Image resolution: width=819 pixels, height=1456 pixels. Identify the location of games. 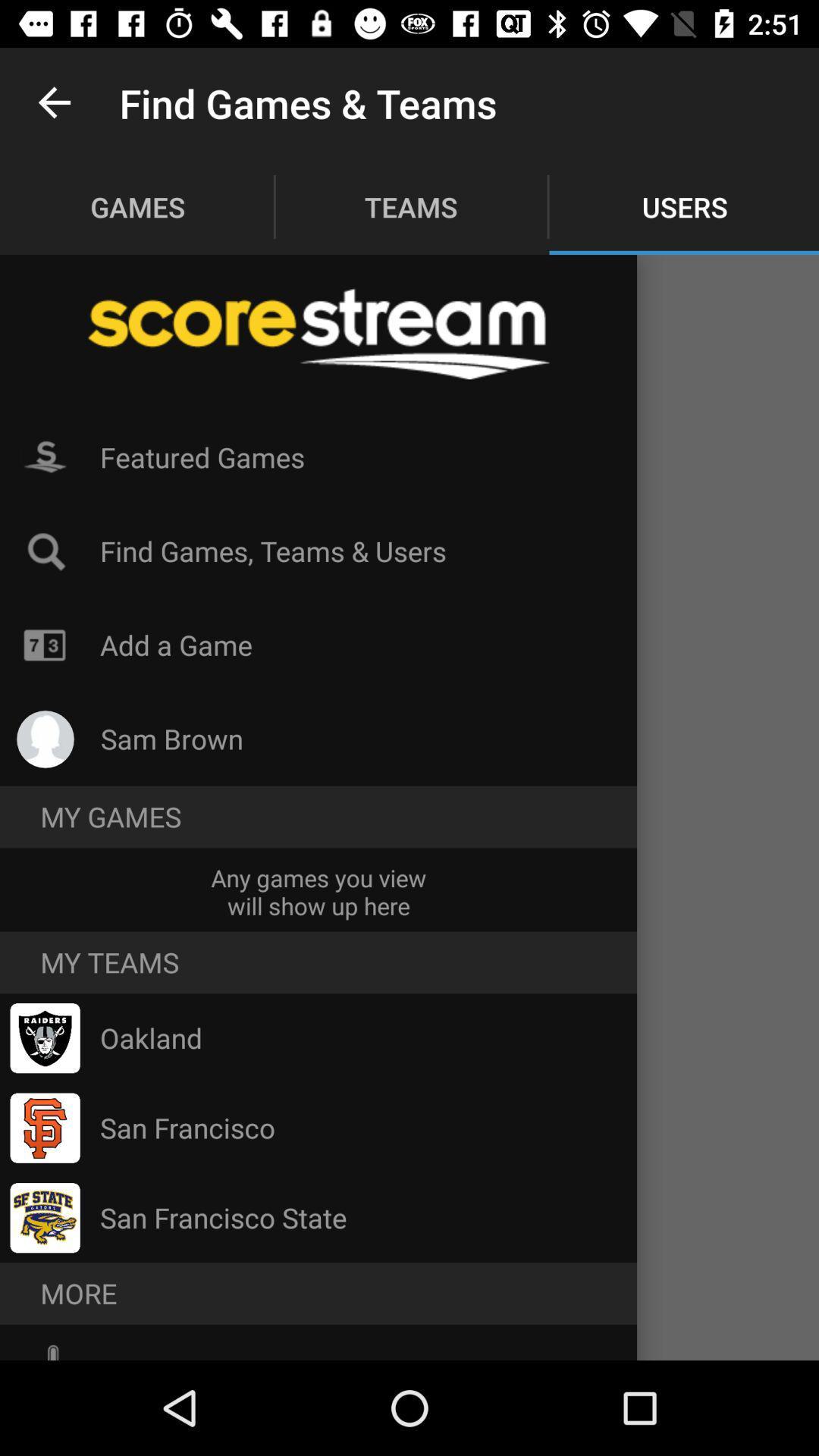
(137, 206).